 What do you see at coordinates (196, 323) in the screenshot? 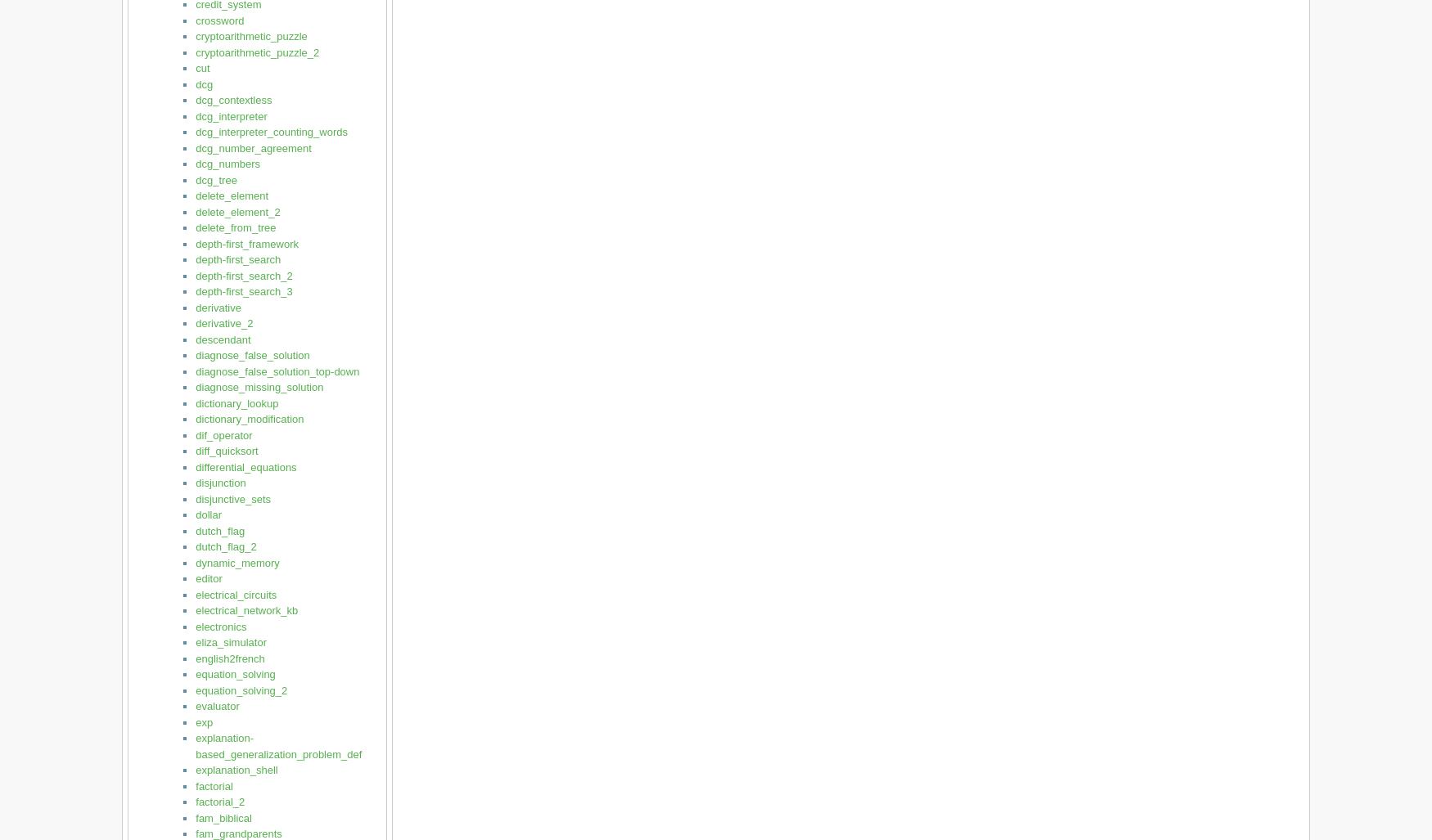
I see `'derivative_2'` at bounding box center [196, 323].